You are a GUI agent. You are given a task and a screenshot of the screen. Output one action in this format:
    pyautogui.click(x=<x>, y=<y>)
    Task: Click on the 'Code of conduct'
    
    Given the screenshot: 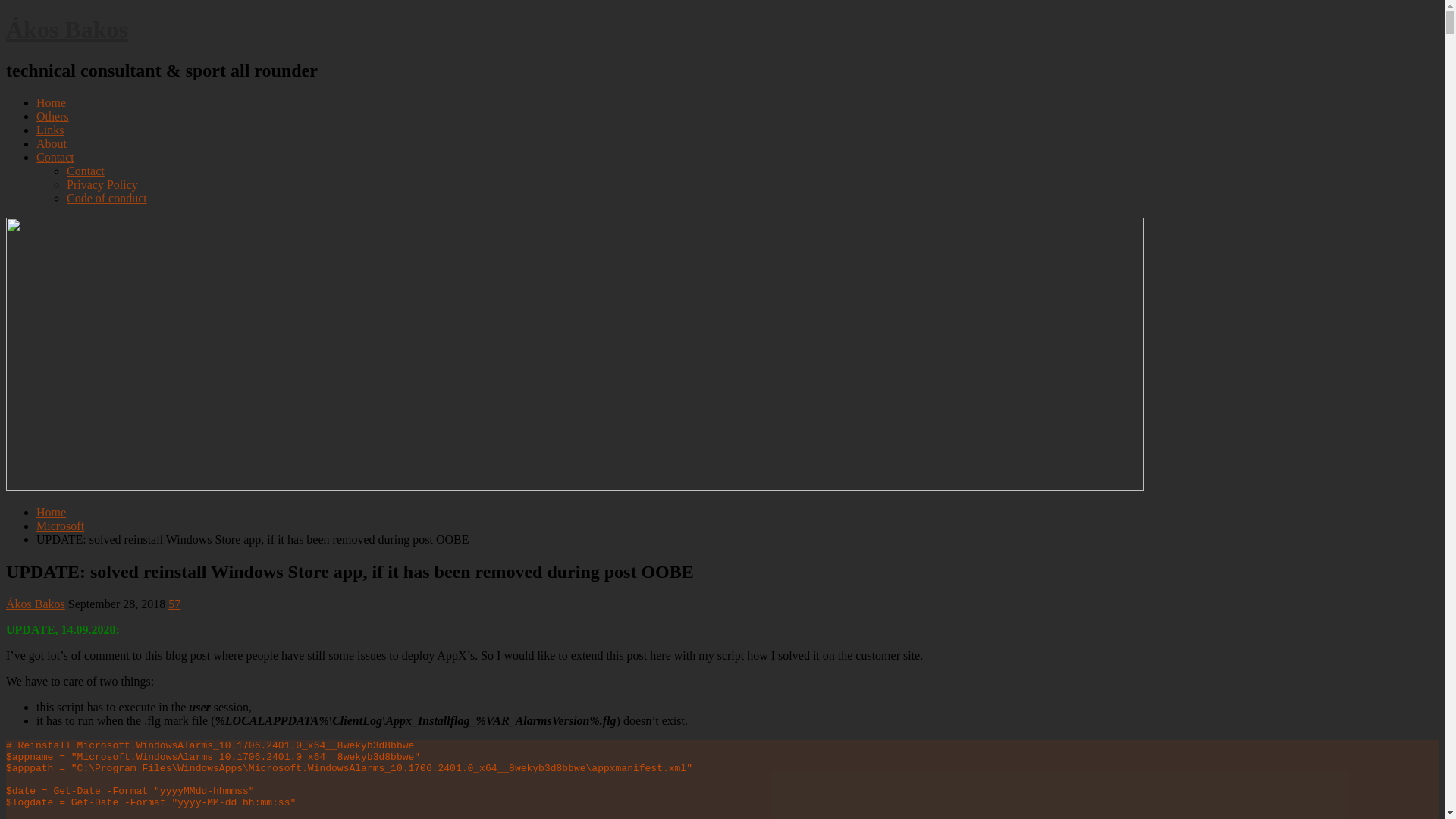 What is the action you would take?
    pyautogui.click(x=65, y=197)
    